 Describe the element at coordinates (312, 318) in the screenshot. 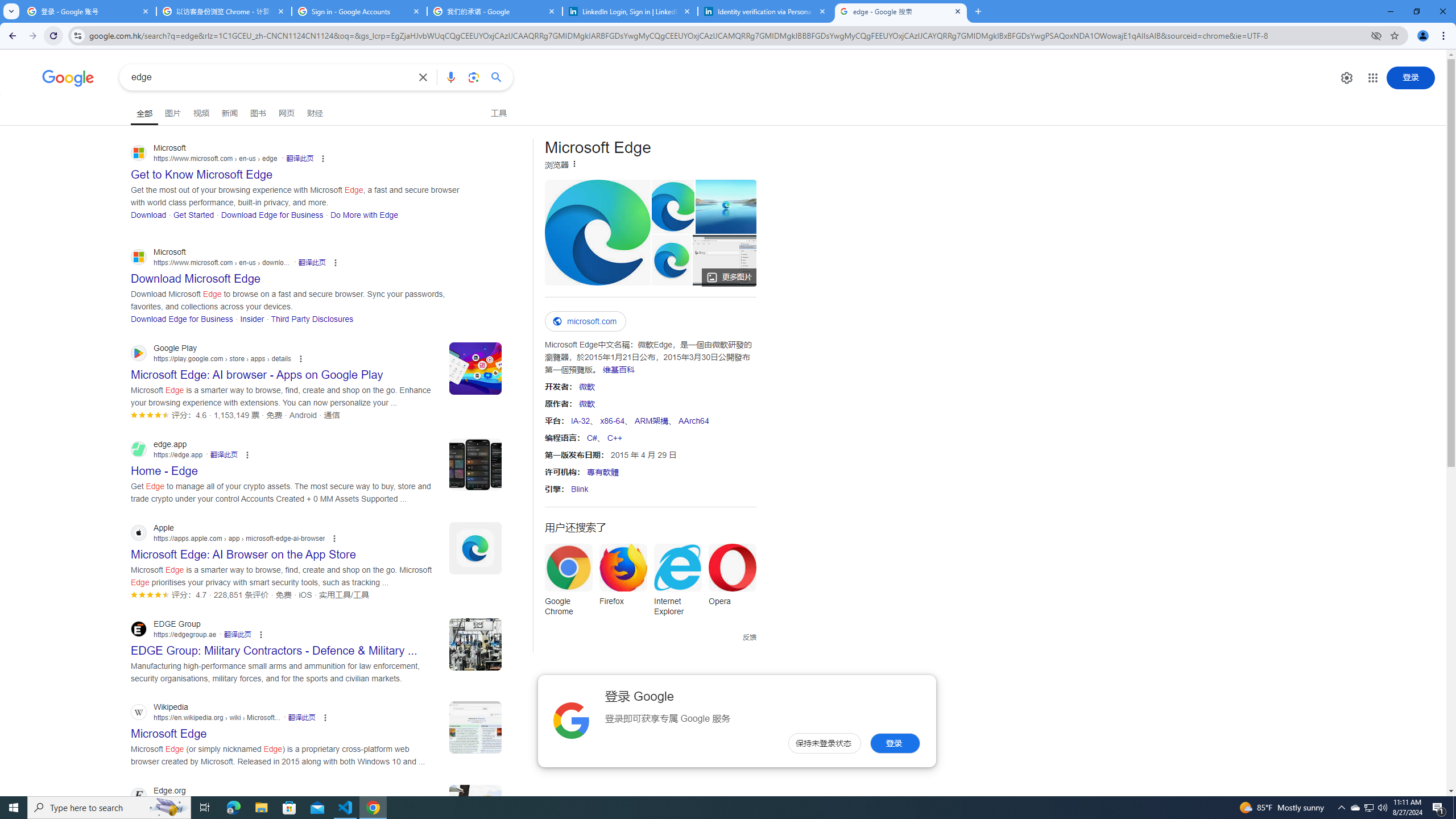

I see `'Third Party Disclosures'` at that location.